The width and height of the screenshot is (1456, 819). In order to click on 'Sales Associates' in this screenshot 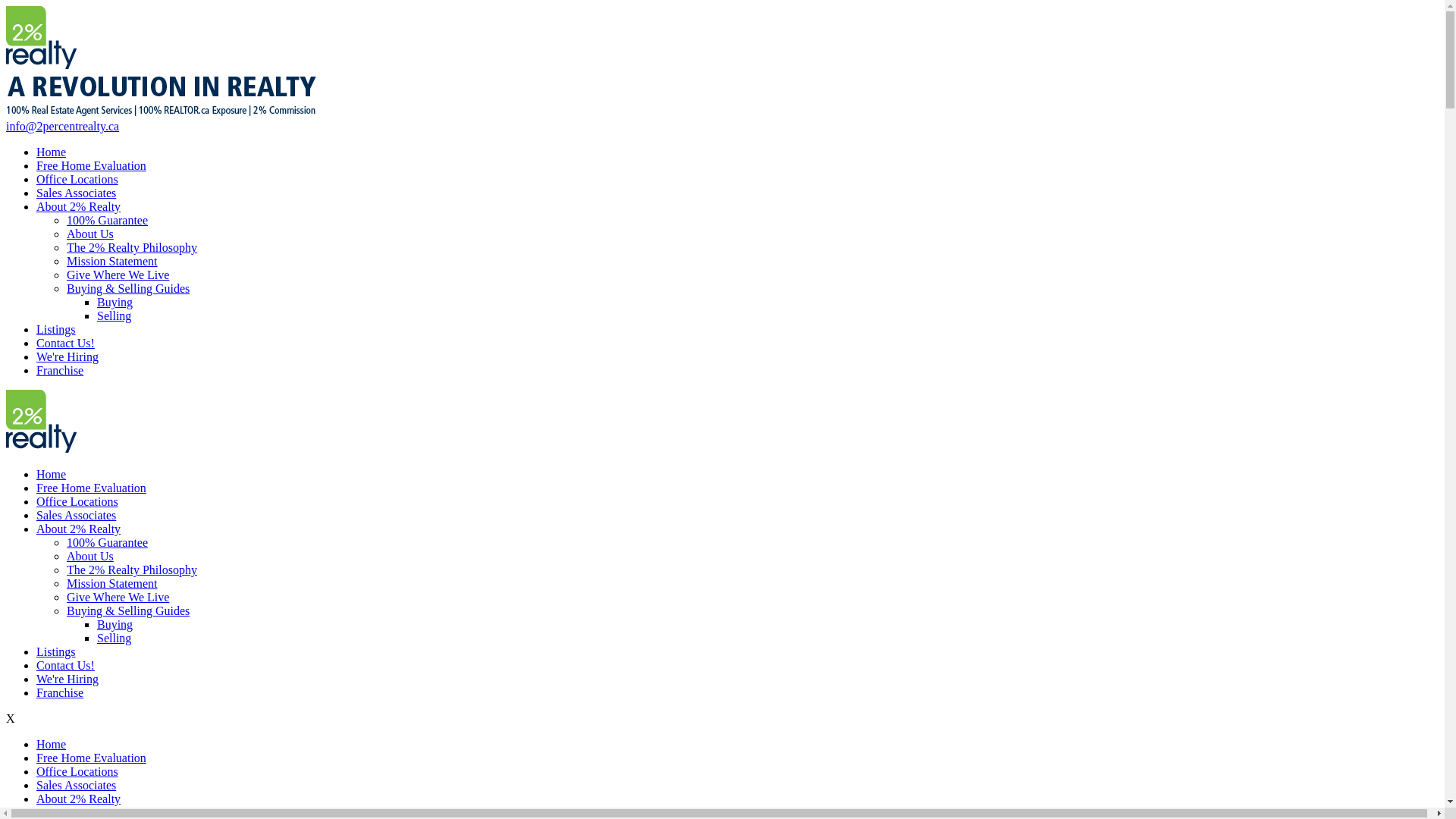, I will do `click(75, 785)`.